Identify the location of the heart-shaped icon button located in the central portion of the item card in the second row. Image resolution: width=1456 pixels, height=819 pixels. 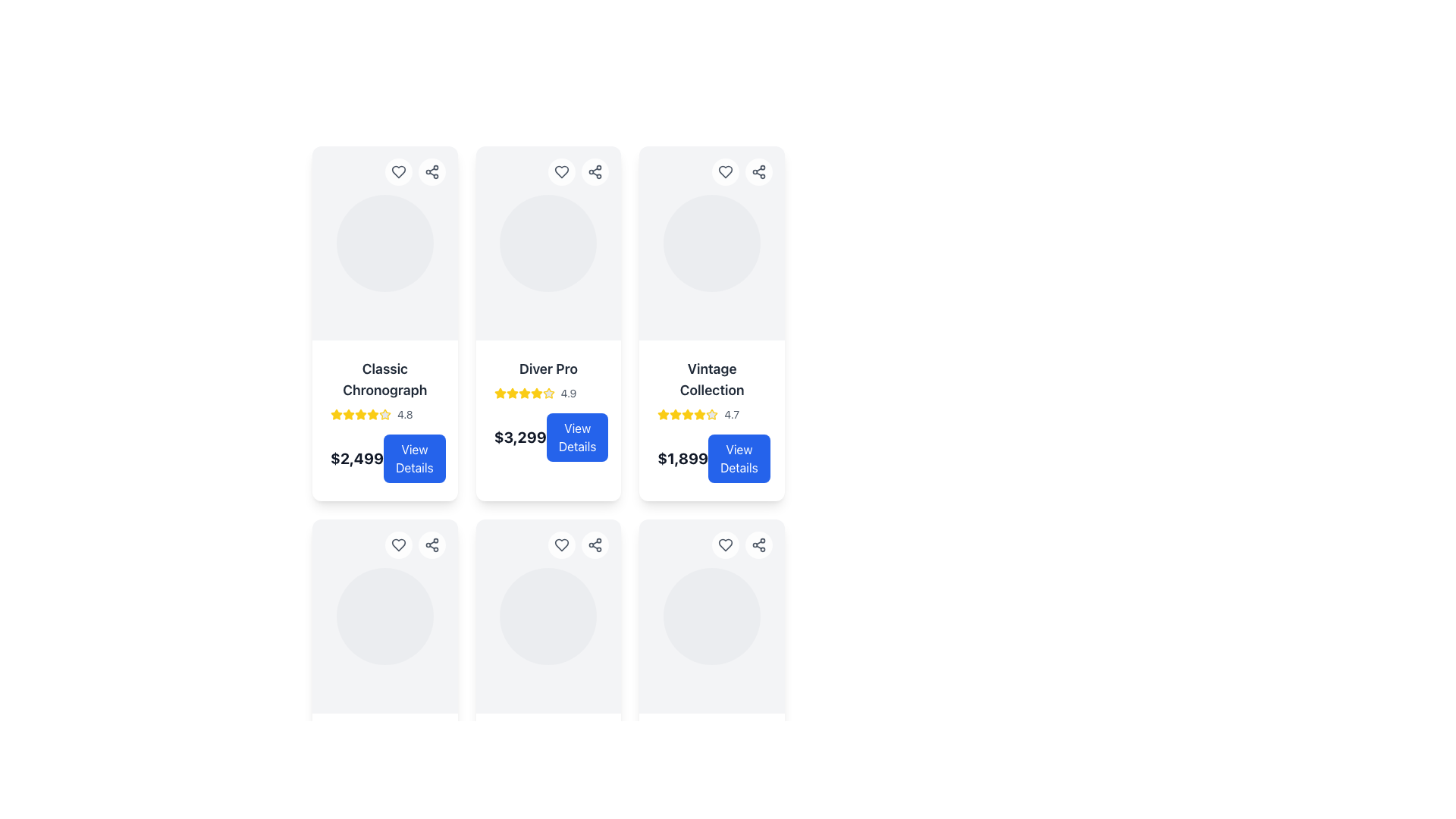
(398, 544).